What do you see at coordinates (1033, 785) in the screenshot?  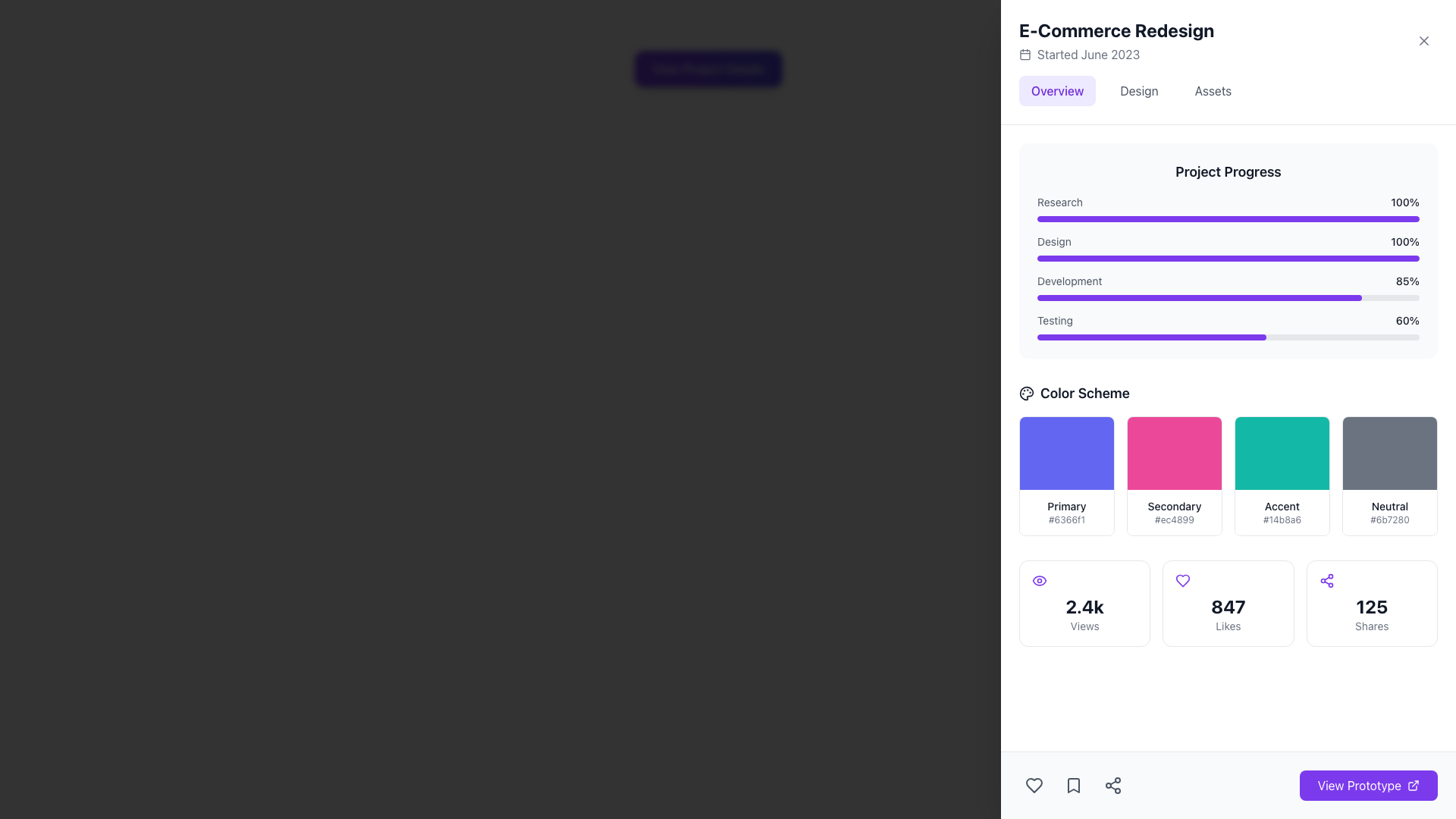 I see `the heart-shaped icon in the bottom navigation bar` at bounding box center [1033, 785].